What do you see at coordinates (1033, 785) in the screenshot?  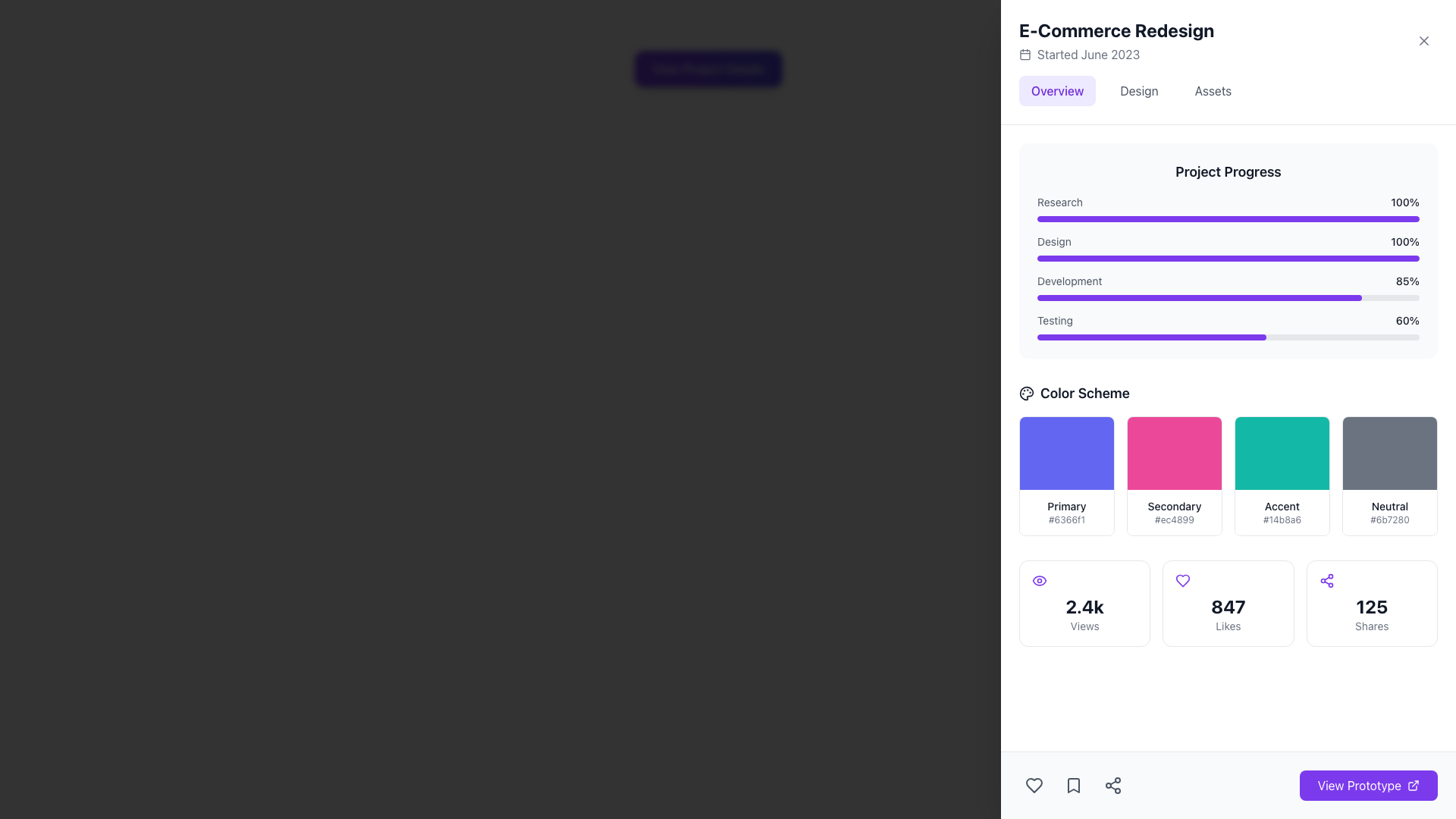 I see `the heart-shaped icon in the bottom navigation bar` at bounding box center [1033, 785].